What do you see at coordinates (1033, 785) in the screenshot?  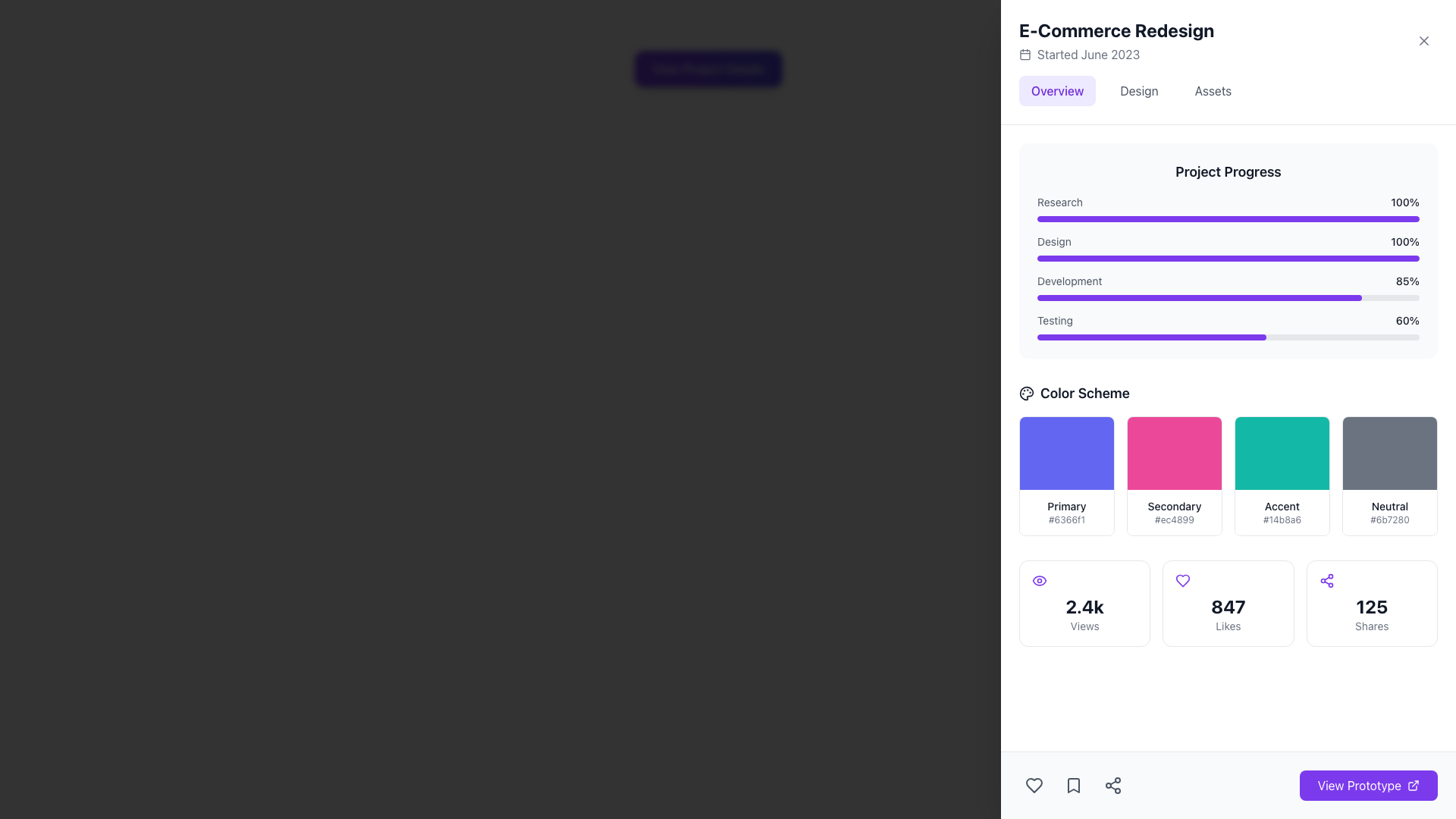 I see `the heart-shaped icon in the bottom navigation bar` at bounding box center [1033, 785].